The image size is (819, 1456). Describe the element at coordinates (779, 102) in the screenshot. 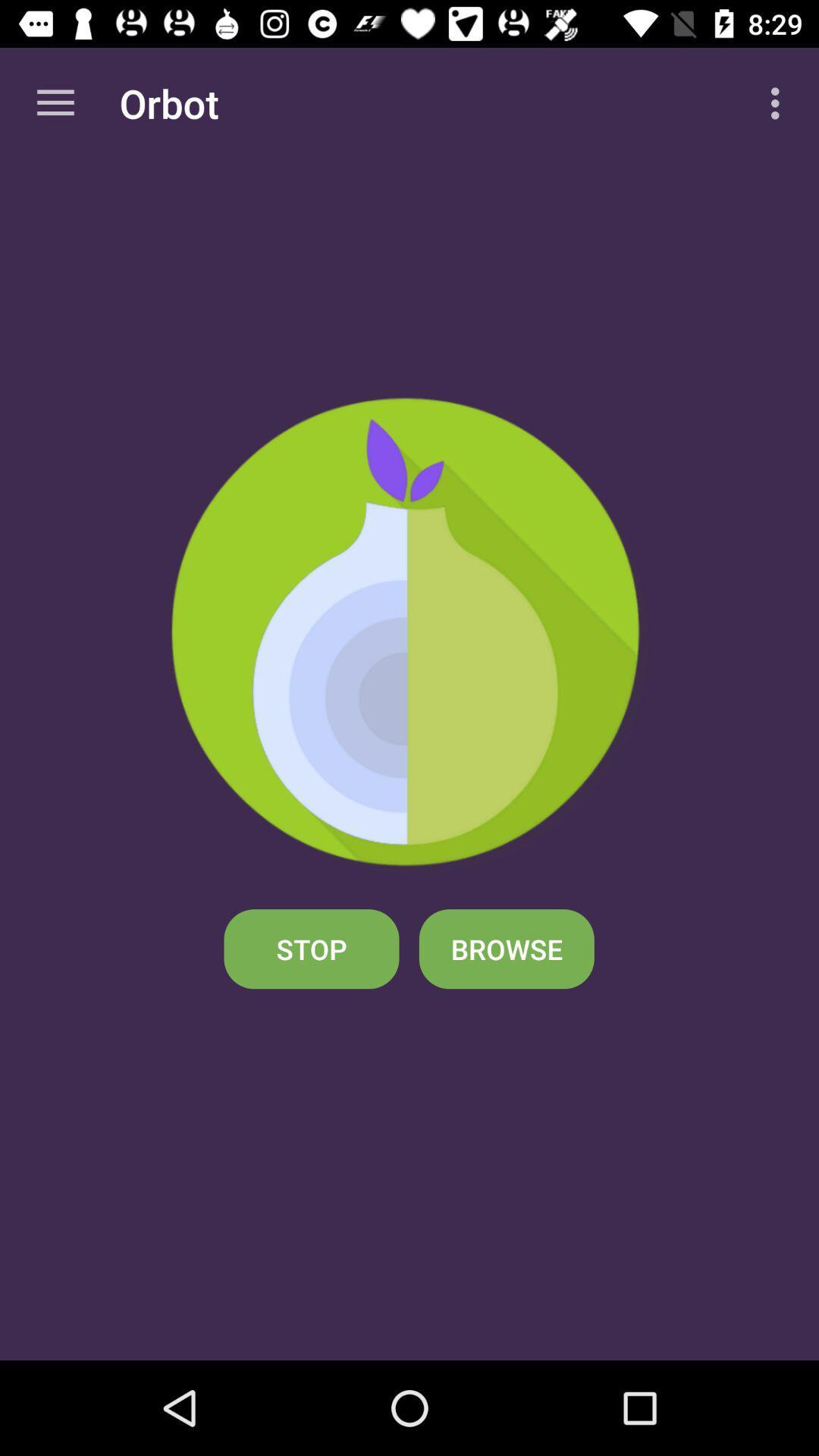

I see `app next to the orbot app` at that location.